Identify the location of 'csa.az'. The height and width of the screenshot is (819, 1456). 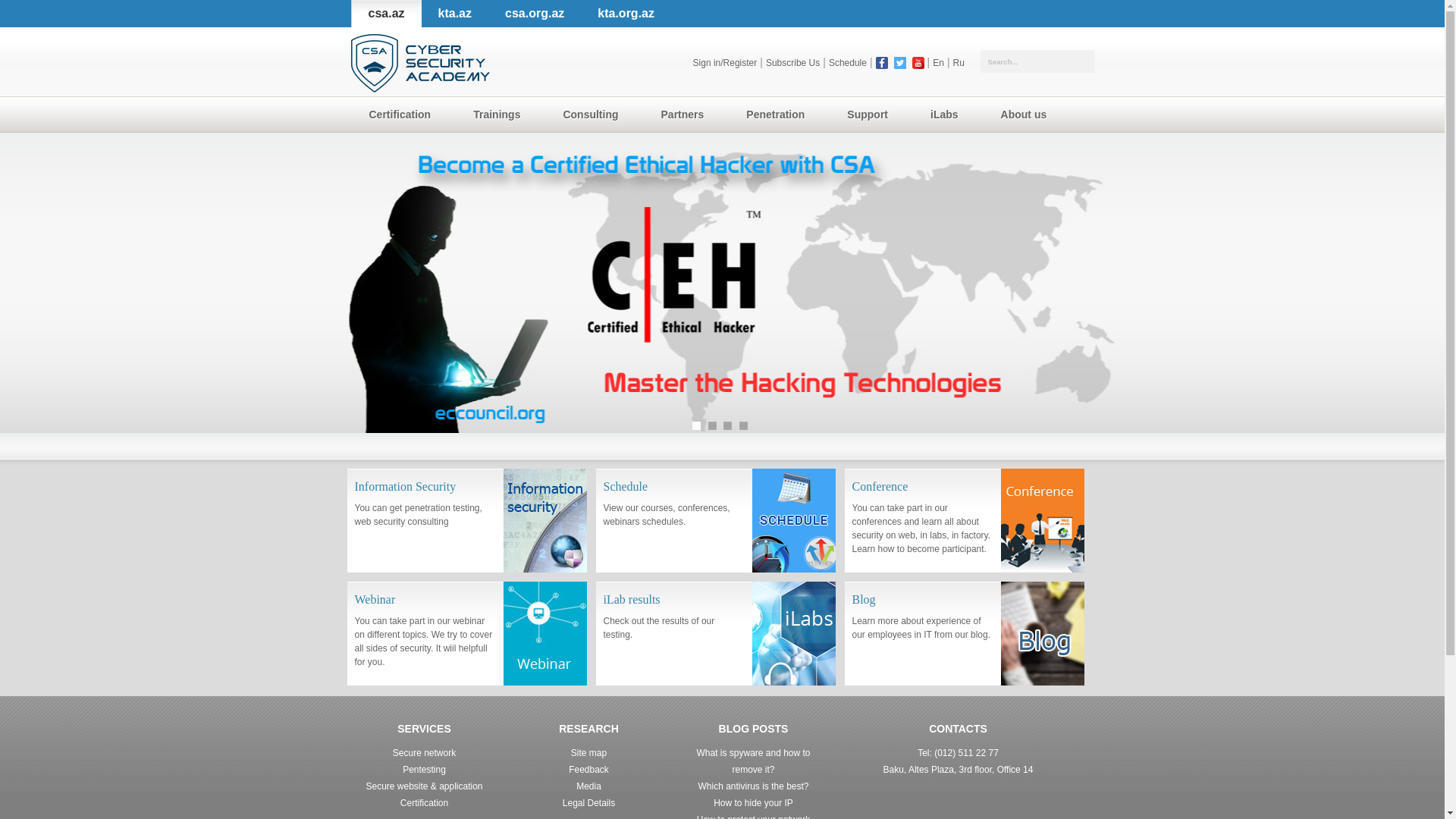
(385, 14).